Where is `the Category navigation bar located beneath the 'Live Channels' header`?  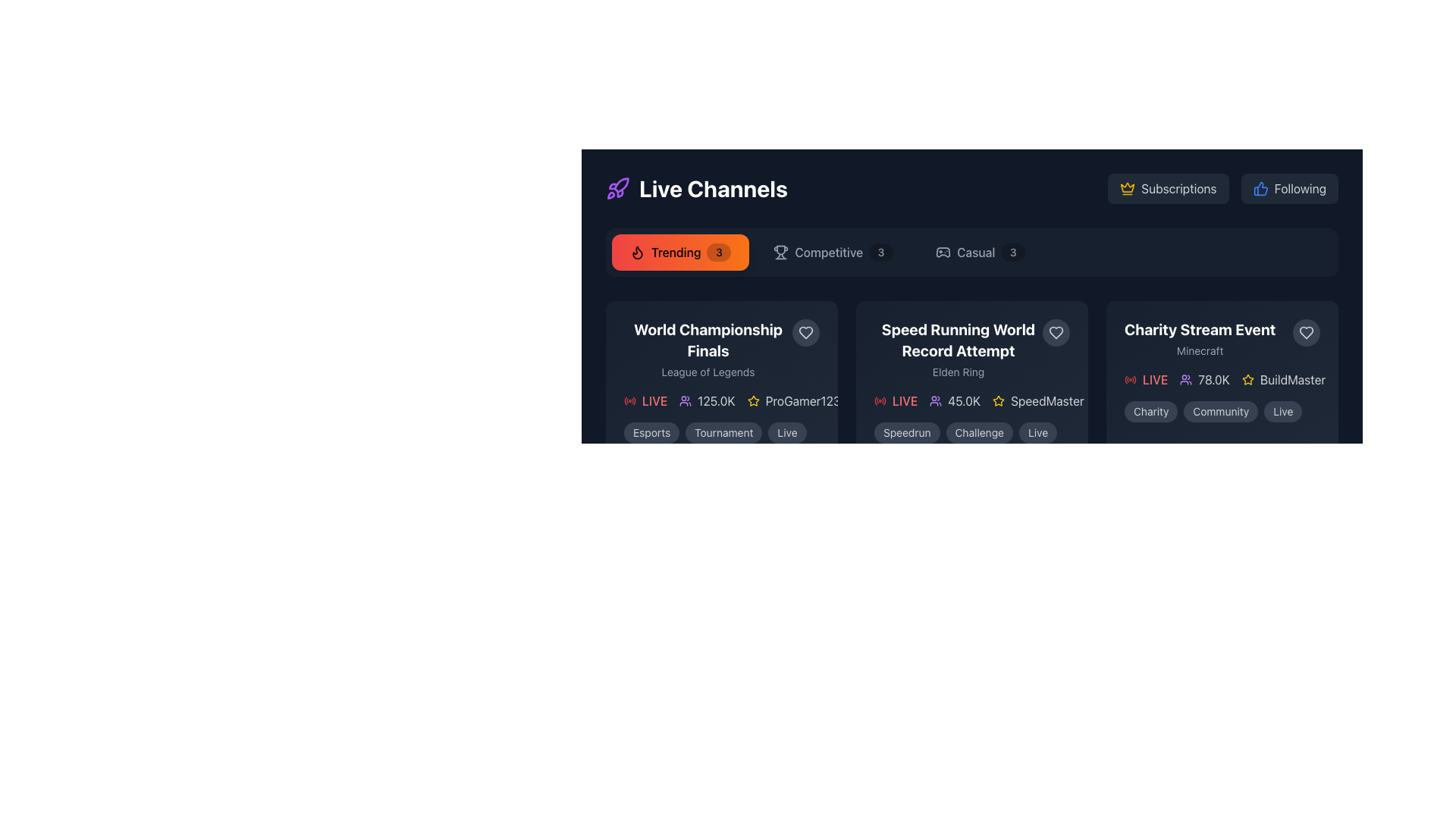 the Category navigation bar located beneath the 'Live Channels' header is located at coordinates (971, 251).